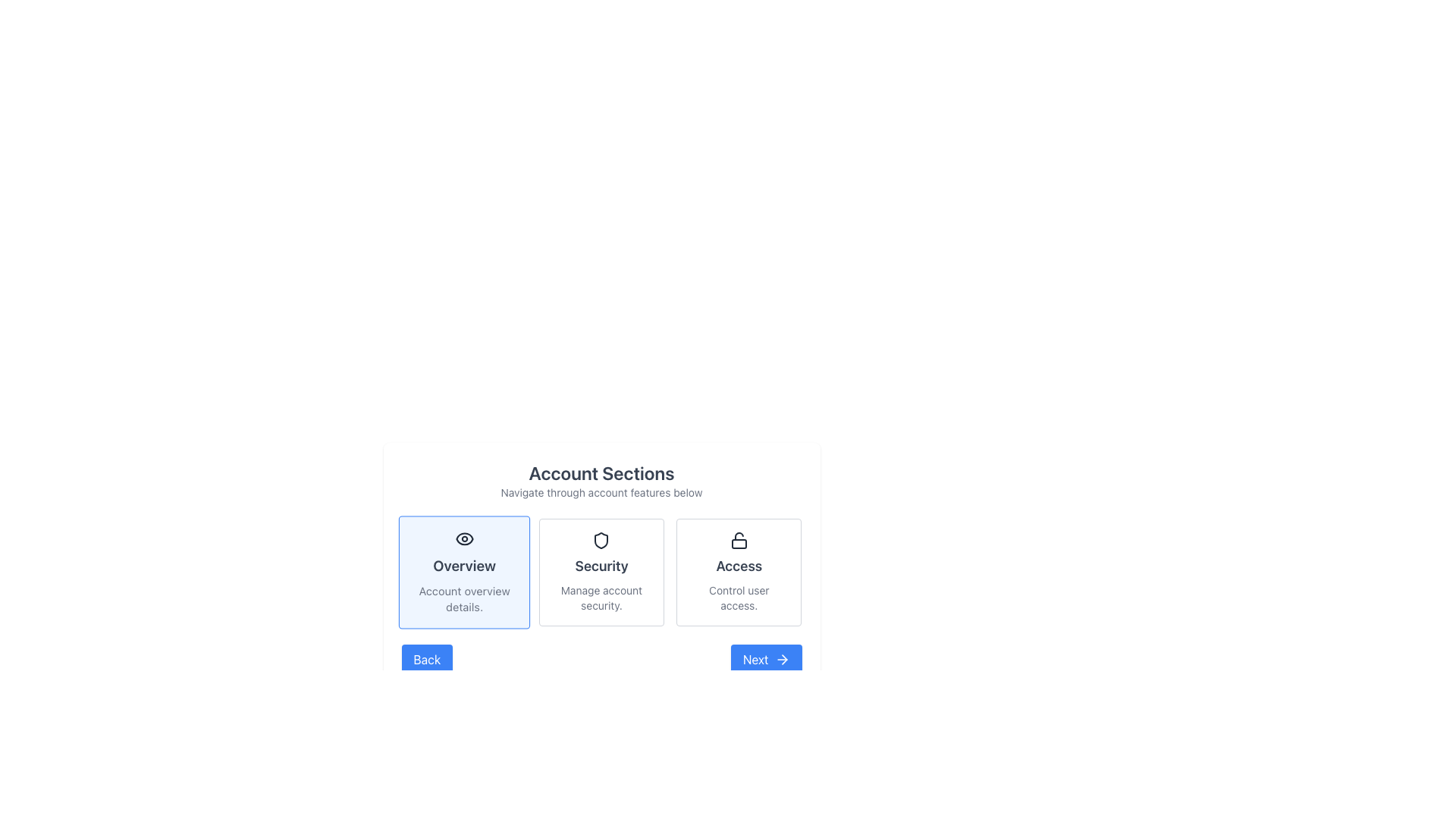  What do you see at coordinates (739, 540) in the screenshot?
I see `the lock icon with an open shackle, outlined in dark gray, located at the top of the 'Access' card, which is the third card in the 'Account Sections' section` at bounding box center [739, 540].